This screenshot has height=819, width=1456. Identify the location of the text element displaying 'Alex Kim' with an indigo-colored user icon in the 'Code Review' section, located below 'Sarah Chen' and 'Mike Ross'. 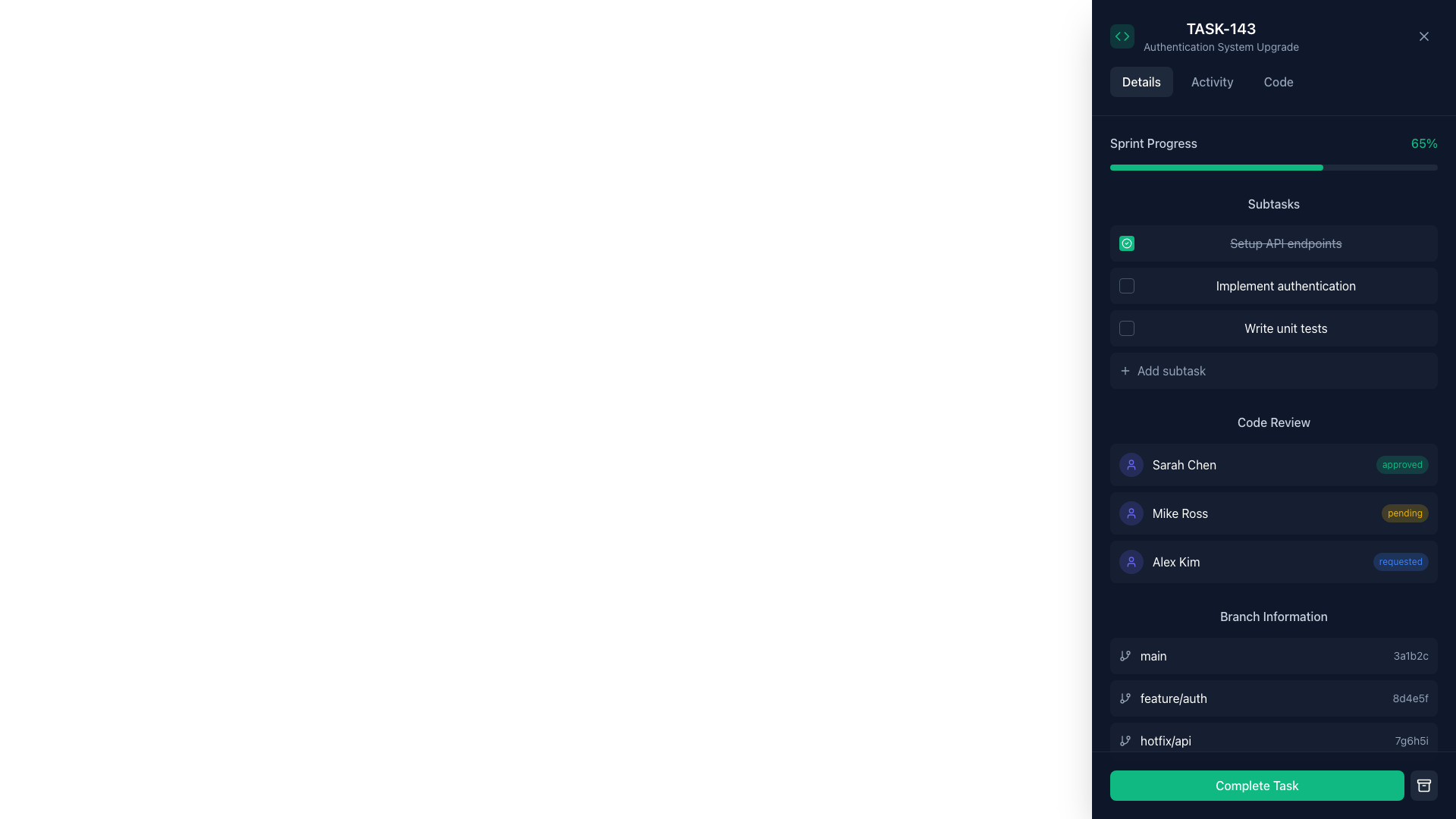
(1159, 561).